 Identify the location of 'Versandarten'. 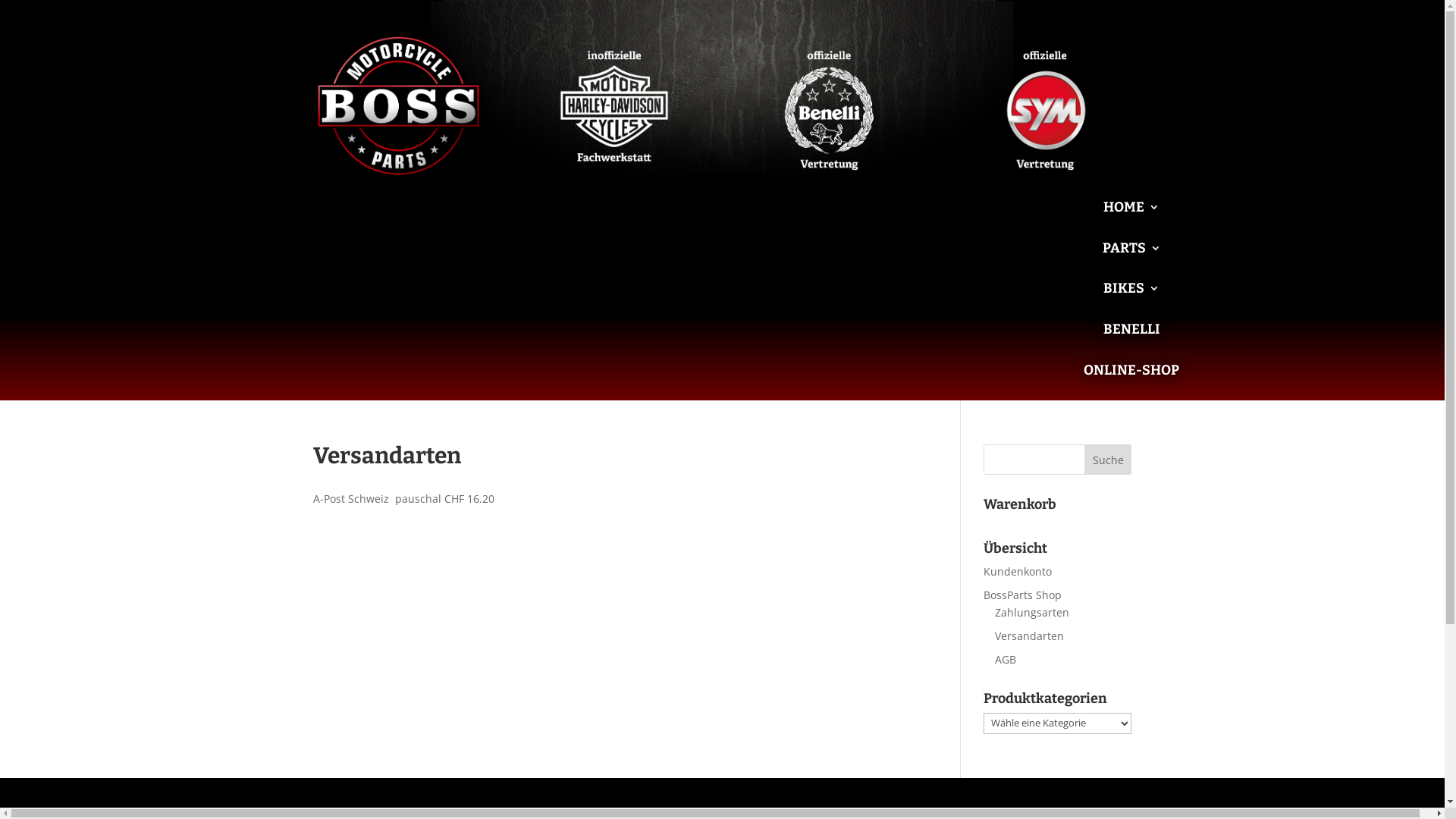
(994, 635).